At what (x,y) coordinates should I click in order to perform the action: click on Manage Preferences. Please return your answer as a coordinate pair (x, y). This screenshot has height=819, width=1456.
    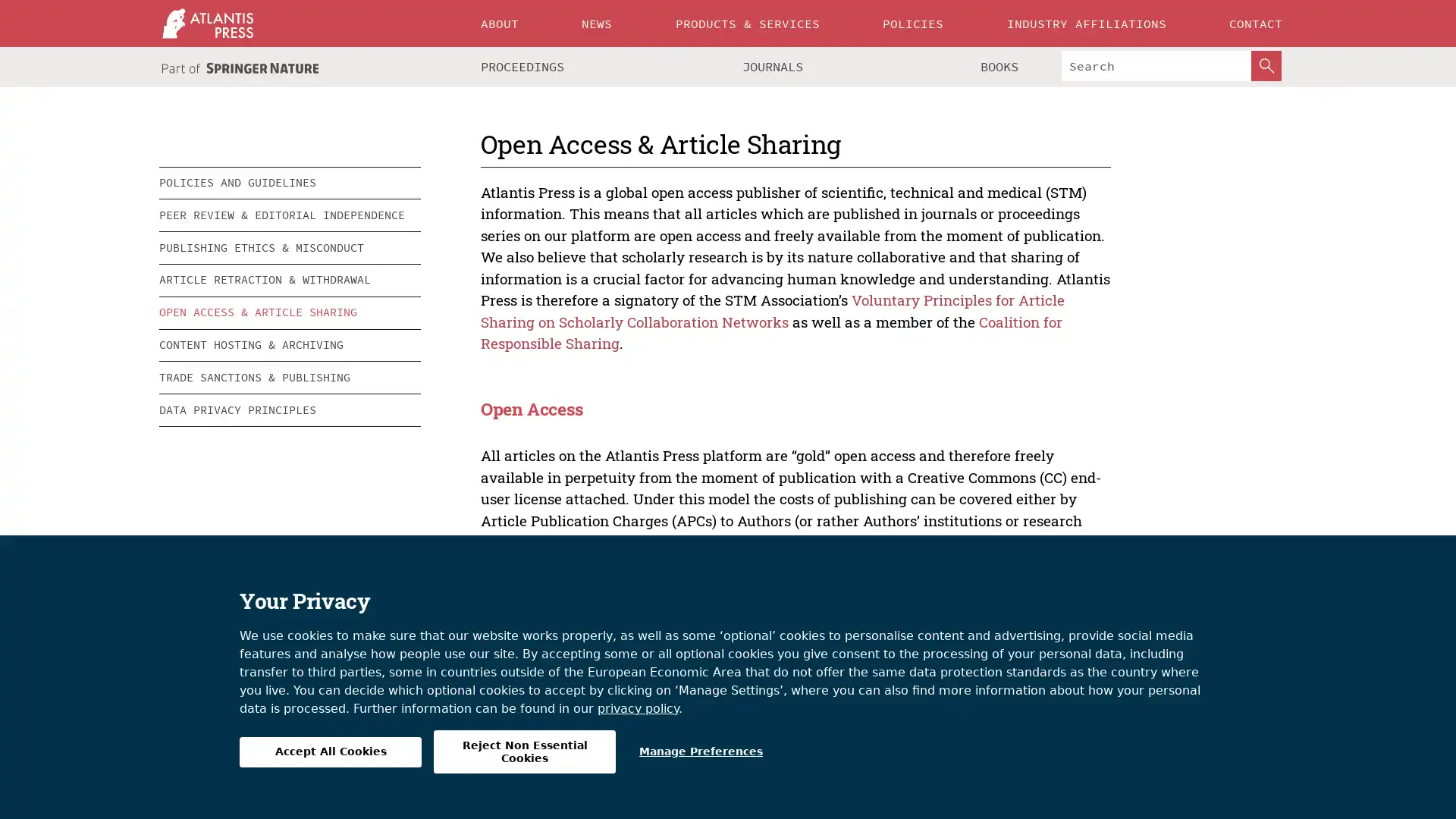
    Looking at the image, I should click on (700, 752).